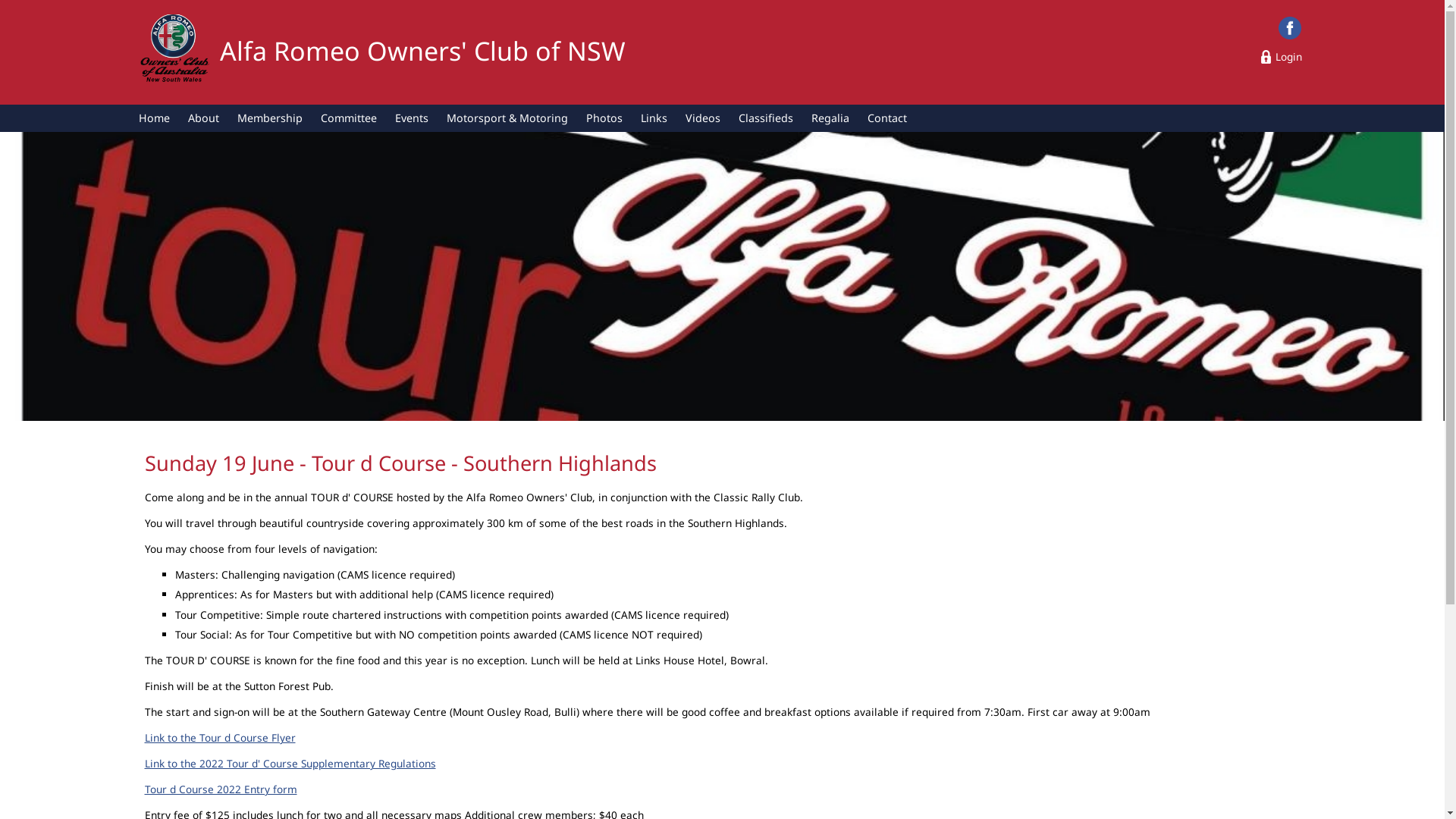  Describe the element at coordinates (676, 117) in the screenshot. I see `'Videos'` at that location.